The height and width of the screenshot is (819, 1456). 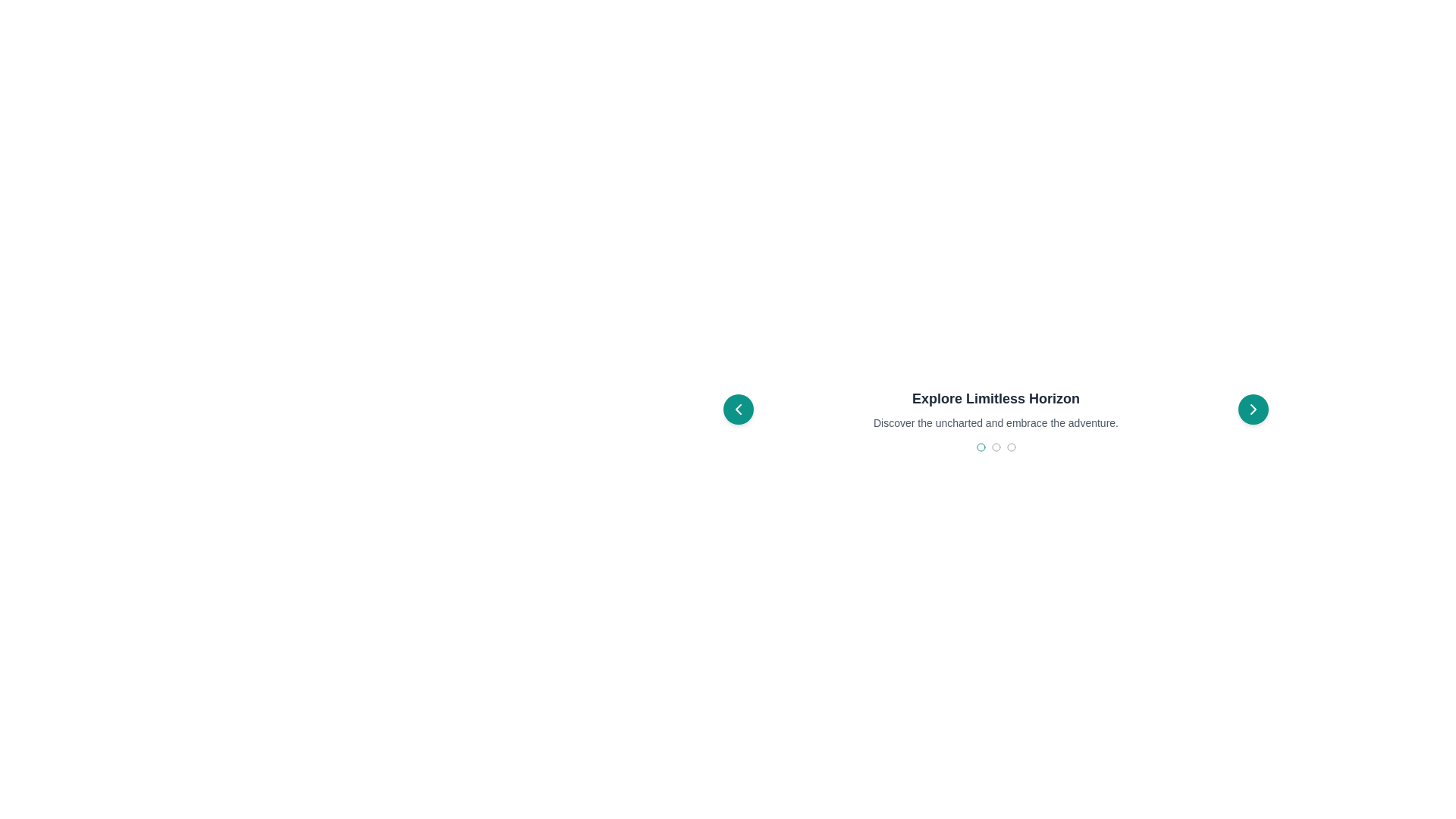 What do you see at coordinates (1254, 409) in the screenshot?
I see `the Chevron Right icon, which is a navigation control for progressing to the next item in a carousel or slideshow, located on the far-right side of the interface within a circular teal button` at bounding box center [1254, 409].